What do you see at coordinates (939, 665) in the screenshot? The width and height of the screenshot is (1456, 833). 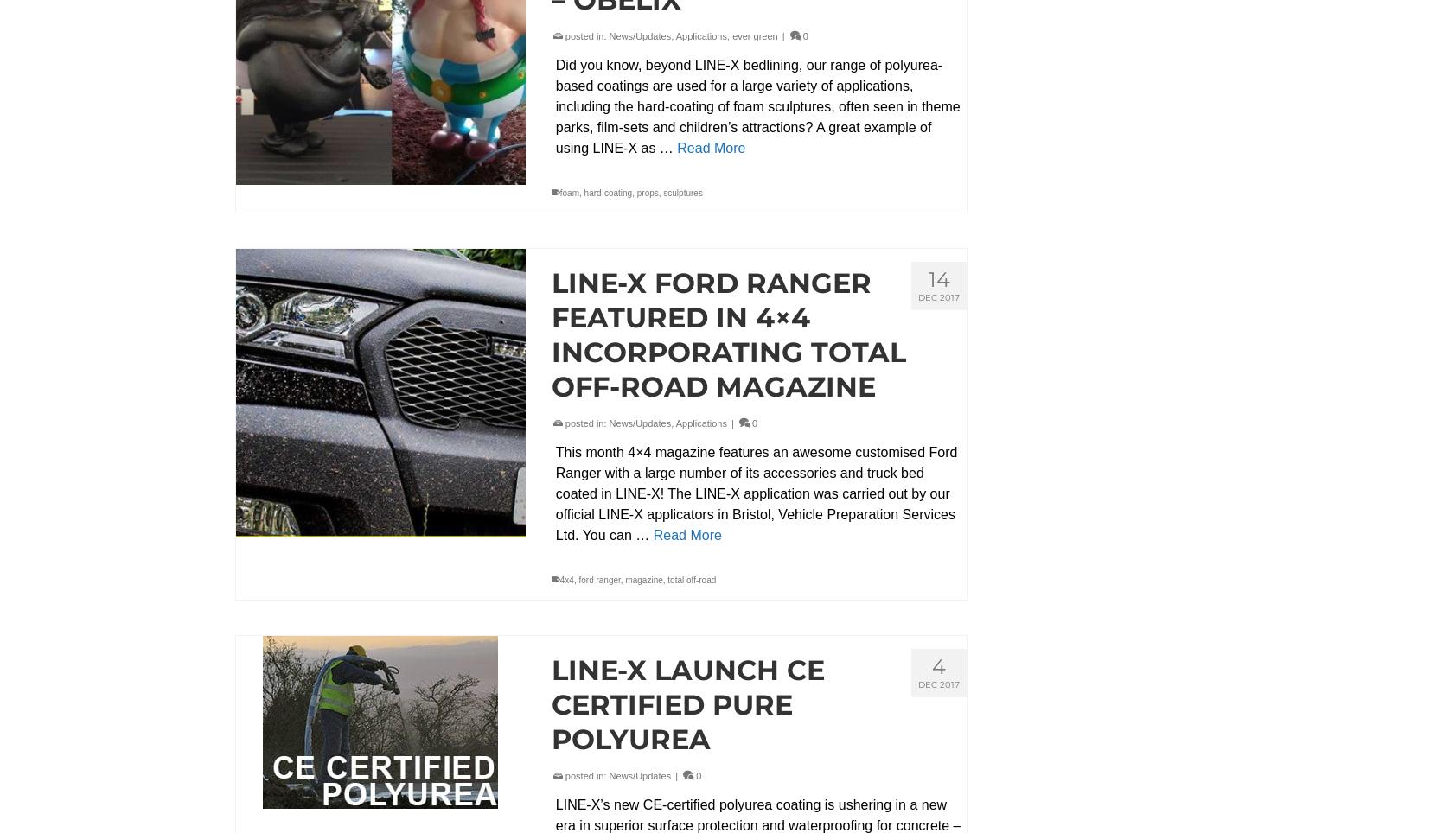 I see `'4'` at bounding box center [939, 665].